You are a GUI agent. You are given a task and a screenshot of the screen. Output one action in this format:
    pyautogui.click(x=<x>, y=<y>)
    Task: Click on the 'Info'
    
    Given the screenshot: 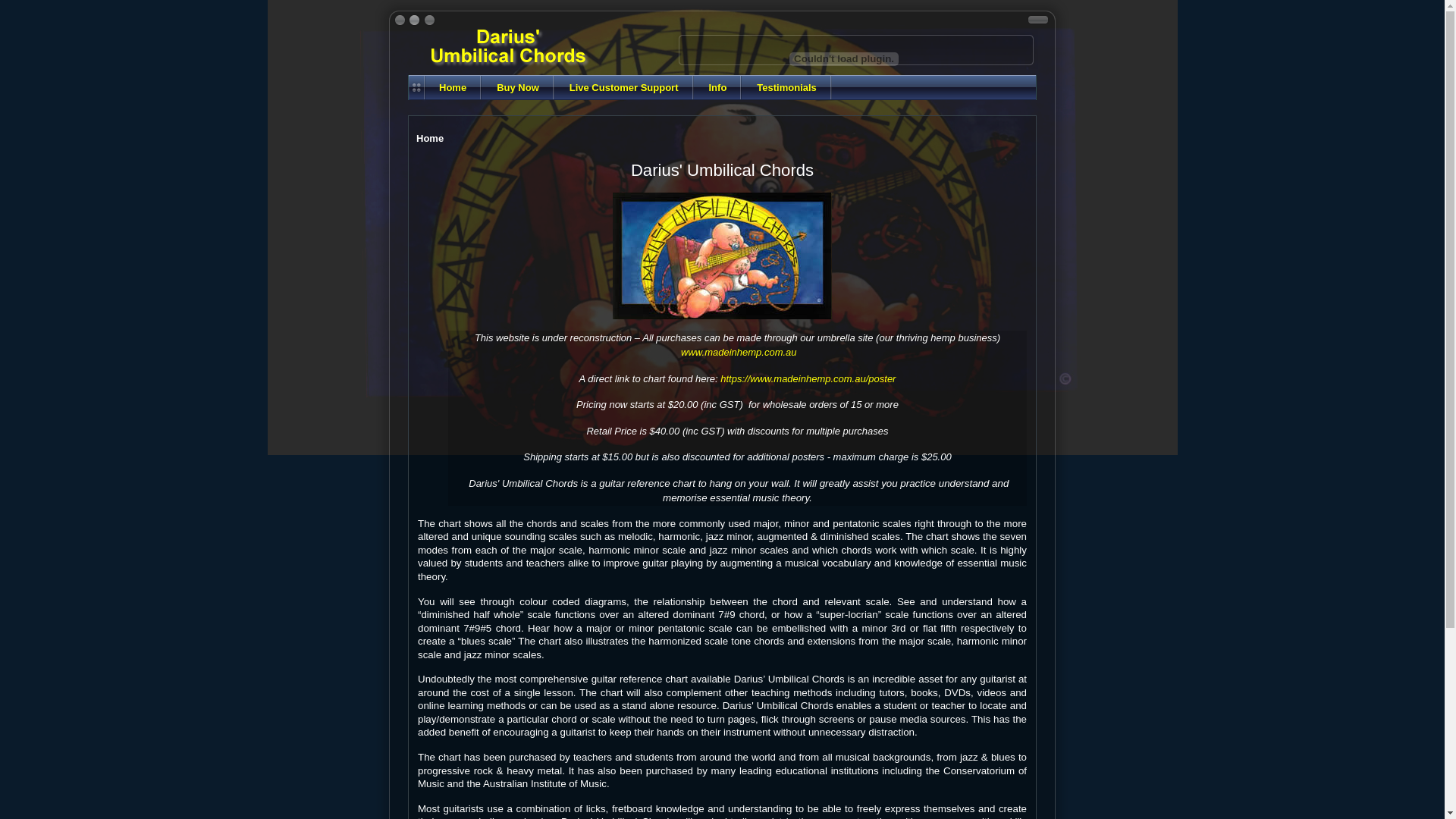 What is the action you would take?
    pyautogui.click(x=716, y=87)
    